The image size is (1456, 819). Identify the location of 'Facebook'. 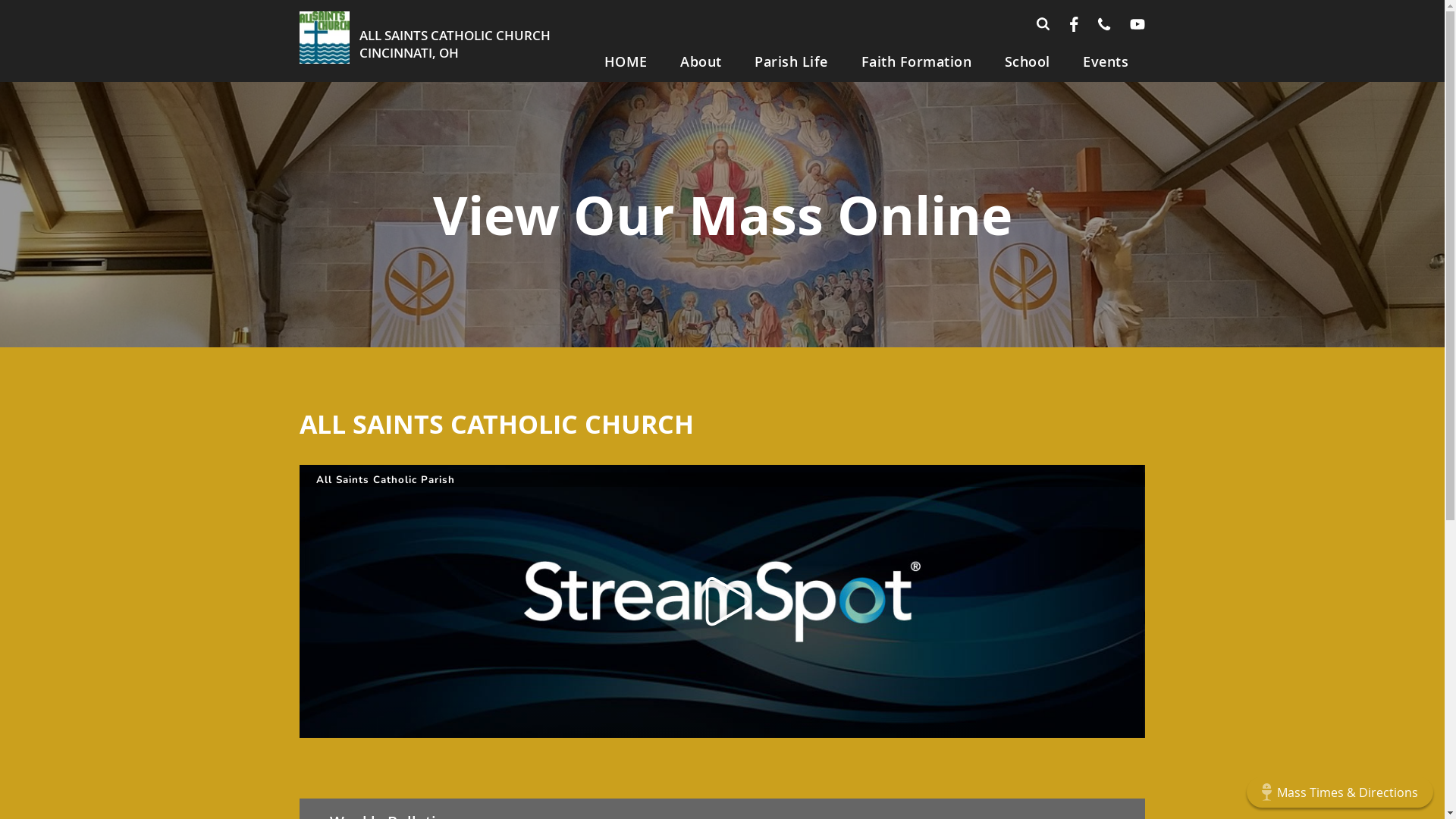
(1073, 24).